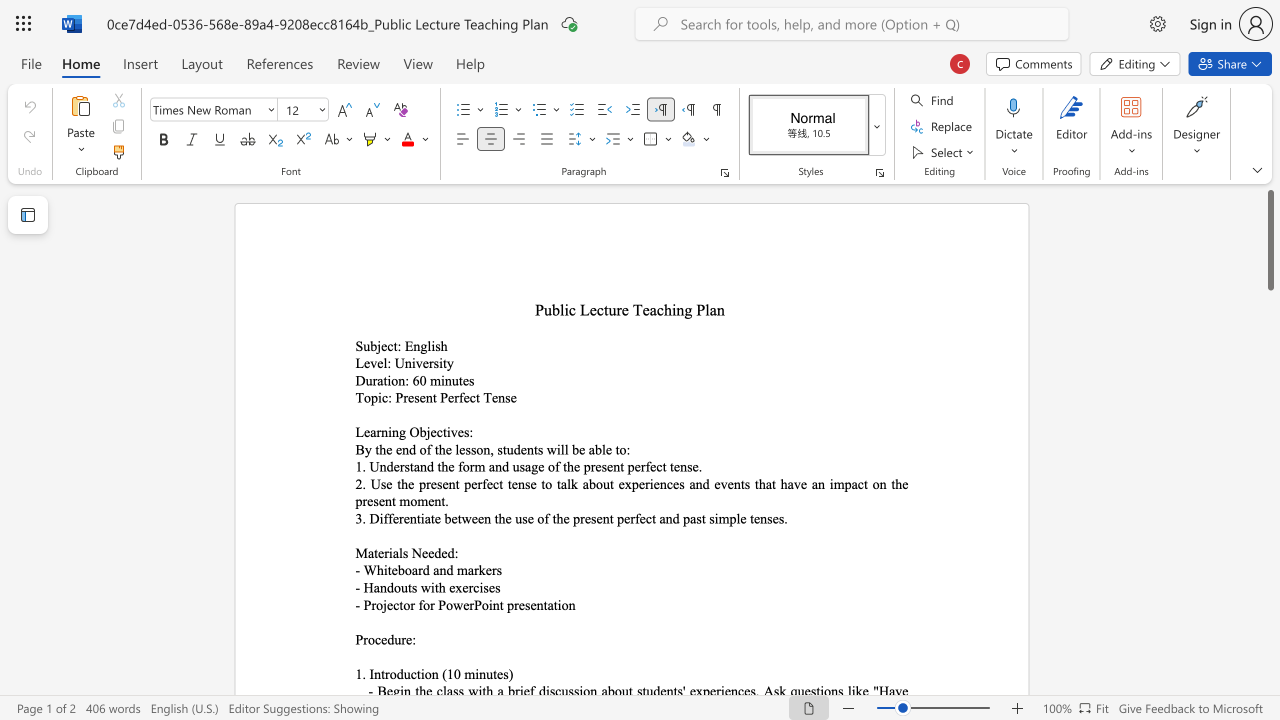 The width and height of the screenshot is (1280, 720). What do you see at coordinates (399, 363) in the screenshot?
I see `the 1th character "U" in the text` at bounding box center [399, 363].